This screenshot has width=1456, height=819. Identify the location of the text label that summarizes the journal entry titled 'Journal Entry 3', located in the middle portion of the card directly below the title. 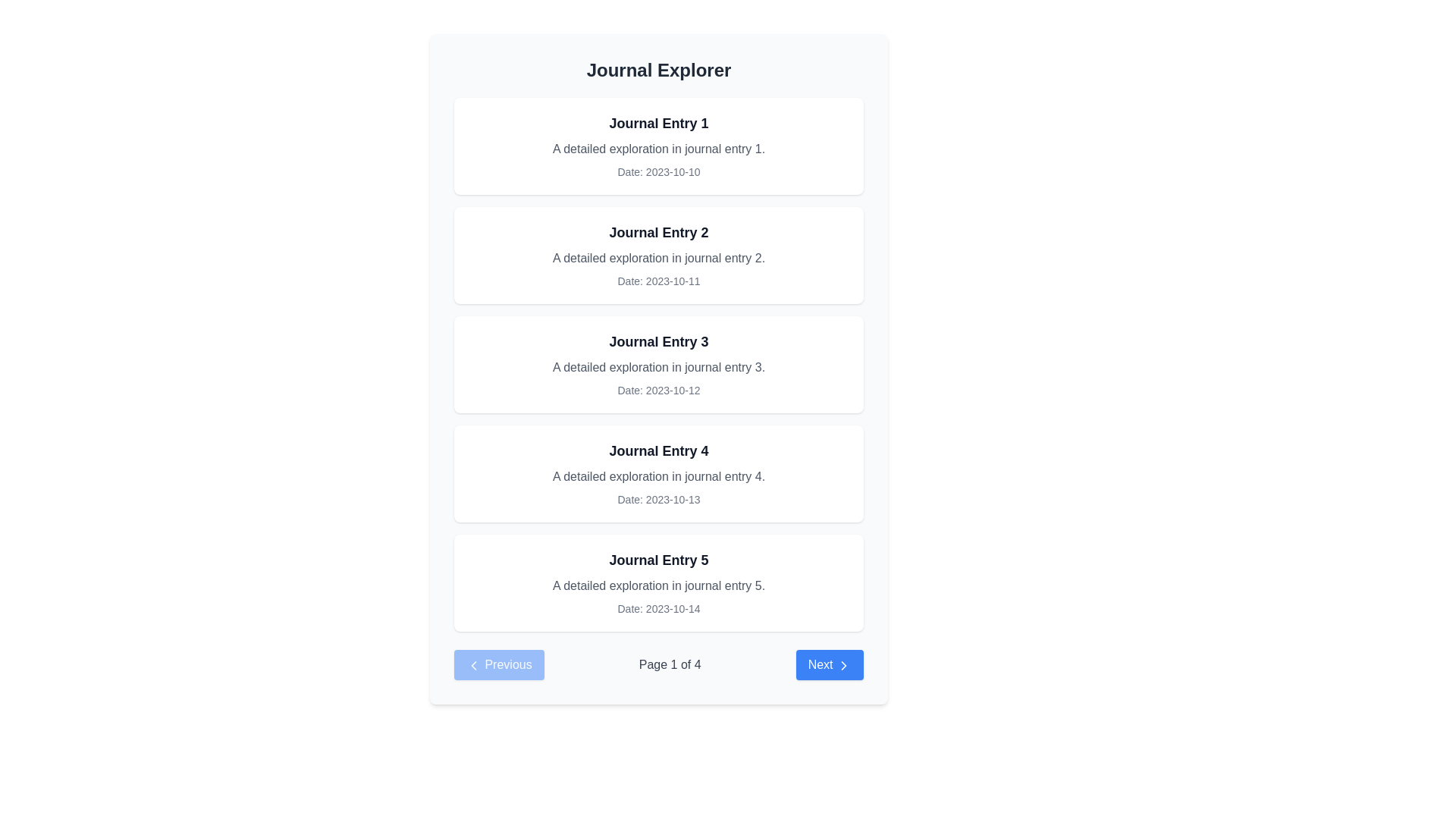
(658, 368).